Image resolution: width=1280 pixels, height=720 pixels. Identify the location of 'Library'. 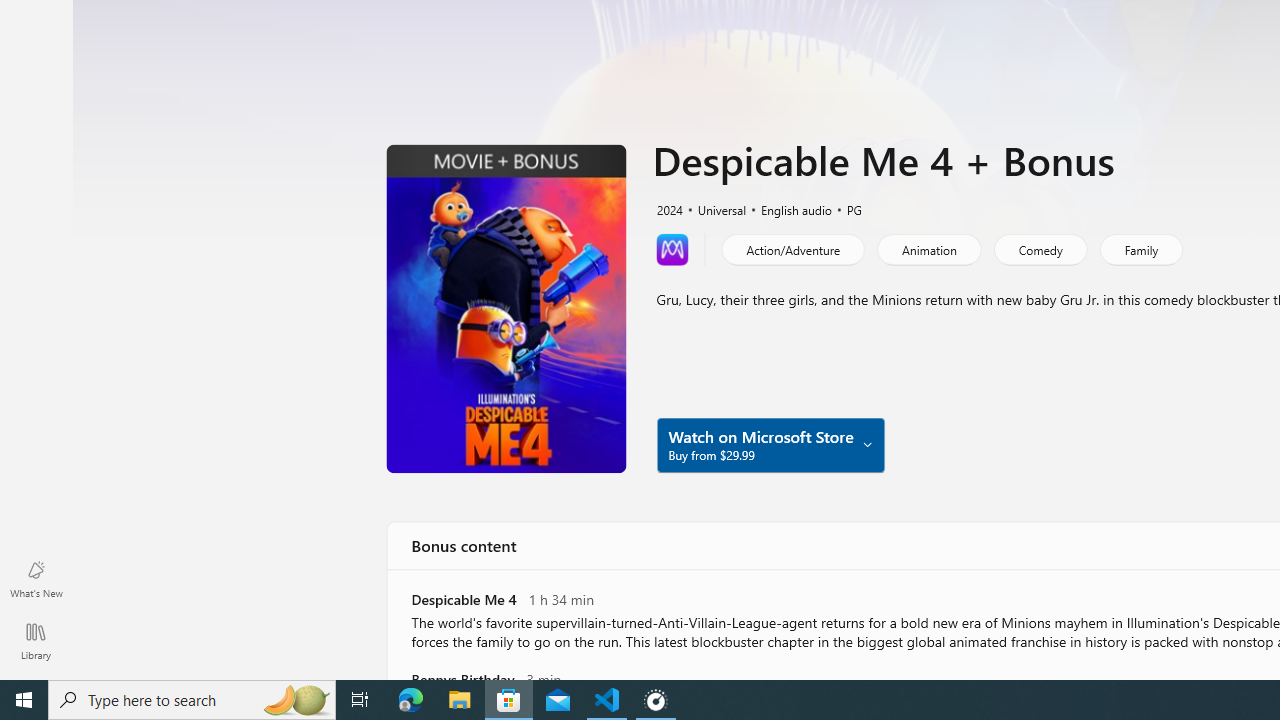
(35, 640).